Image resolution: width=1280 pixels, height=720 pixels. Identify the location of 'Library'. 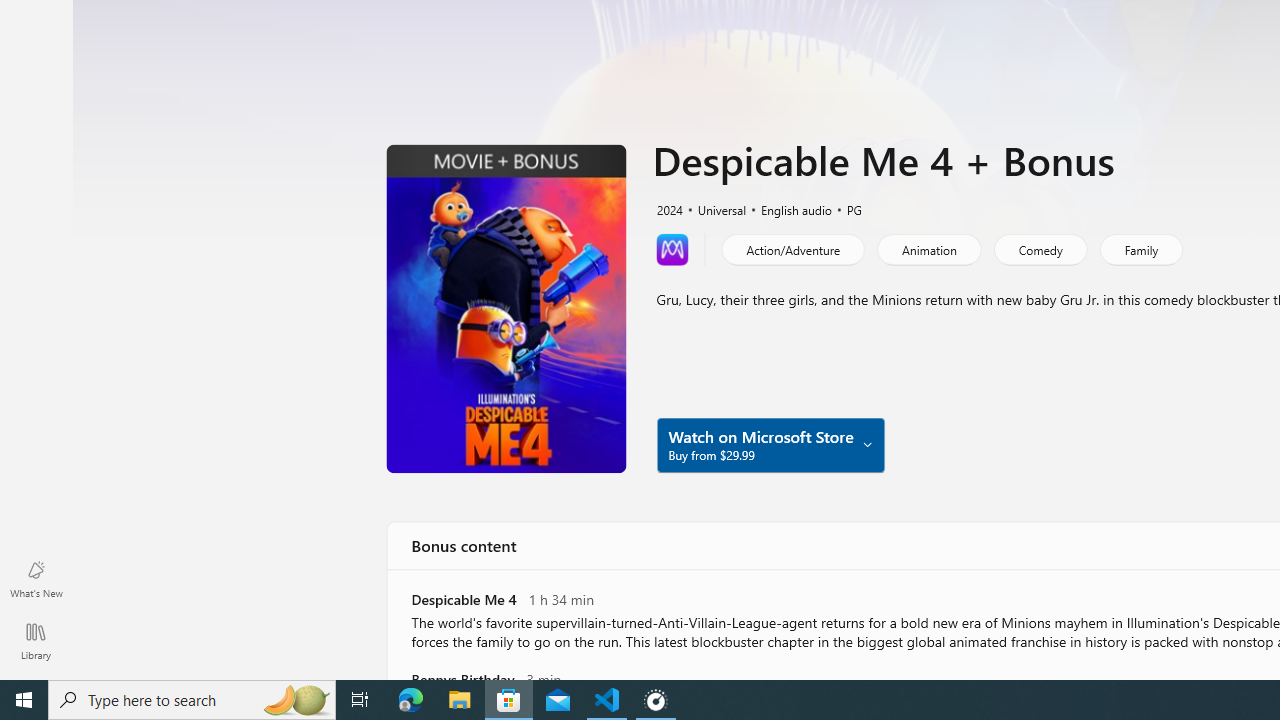
(35, 640).